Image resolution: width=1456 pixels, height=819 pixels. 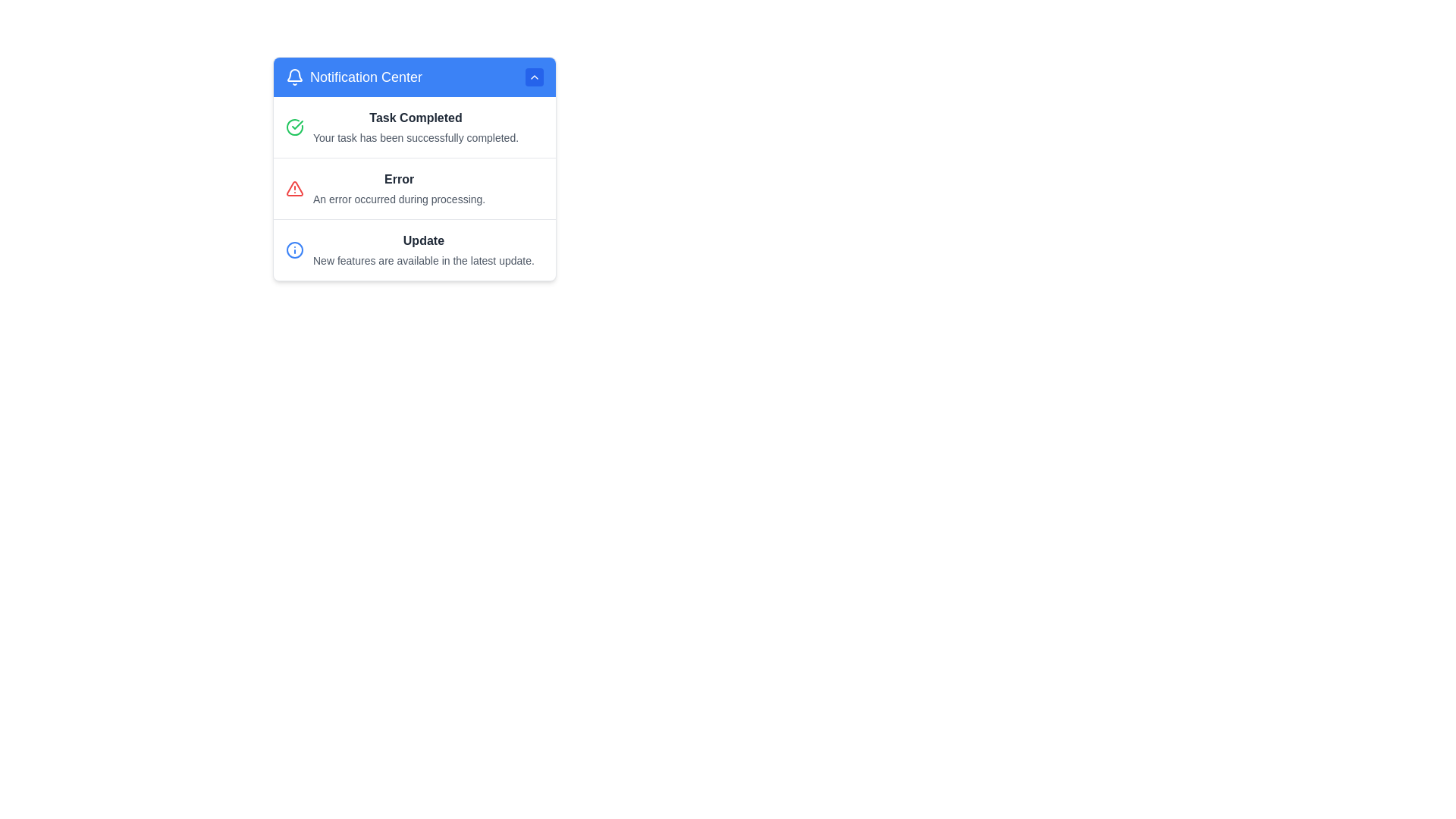 What do you see at coordinates (415, 187) in the screenshot?
I see `error message displayed in the error notification card, which has a red warning icon, a title 'Error', and a description 'An error occurred during processing.'` at bounding box center [415, 187].